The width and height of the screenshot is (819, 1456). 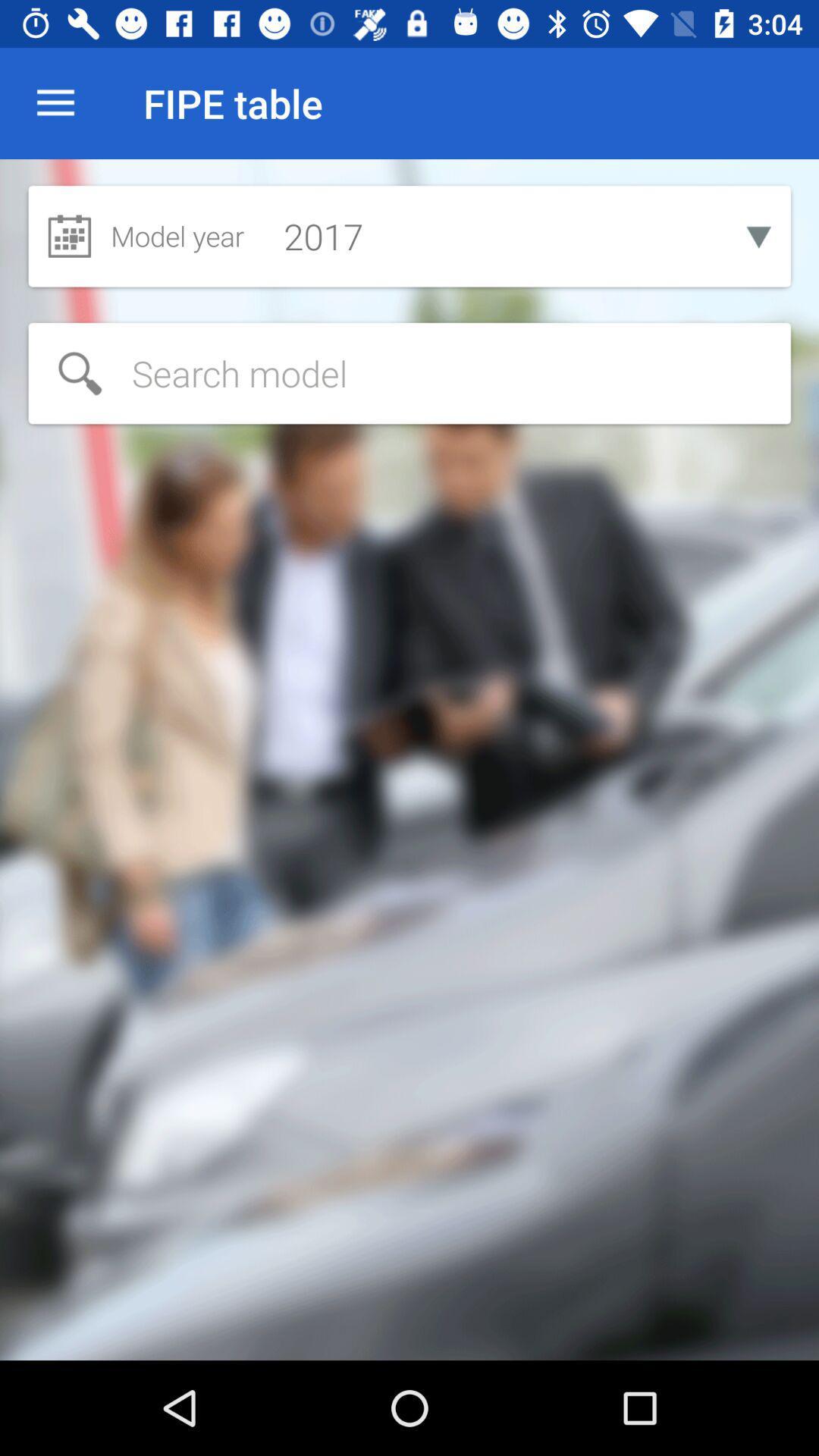 I want to click on to search something, so click(x=409, y=373).